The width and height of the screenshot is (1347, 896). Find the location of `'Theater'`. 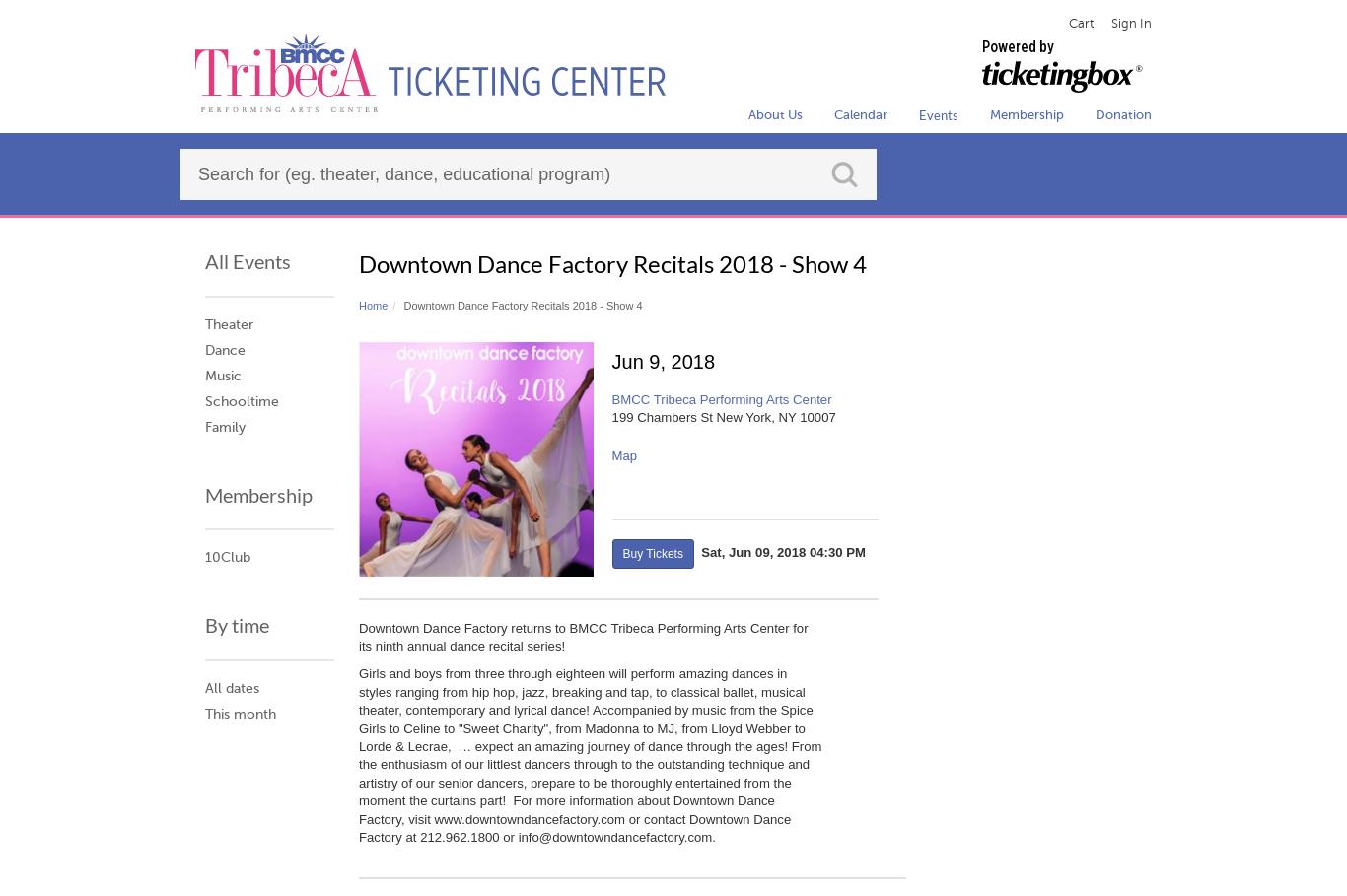

'Theater' is located at coordinates (228, 323).